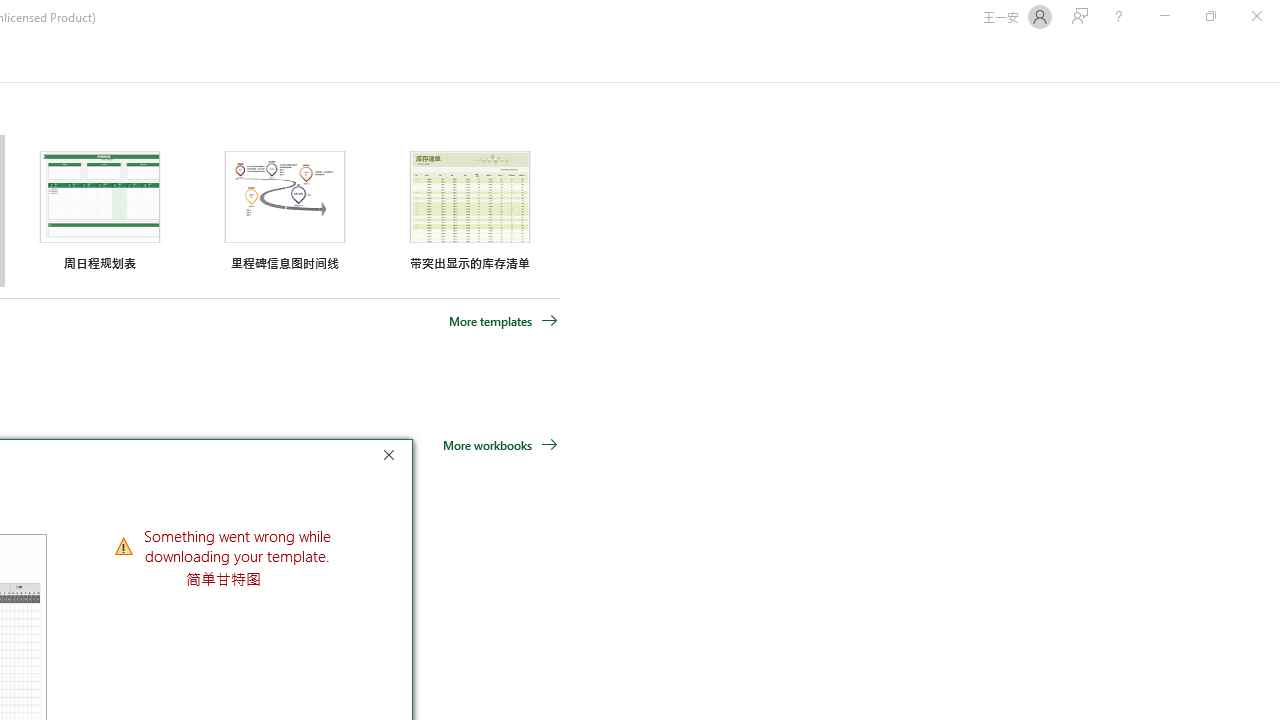 This screenshot has height=720, width=1280. I want to click on 'More templates', so click(503, 320).